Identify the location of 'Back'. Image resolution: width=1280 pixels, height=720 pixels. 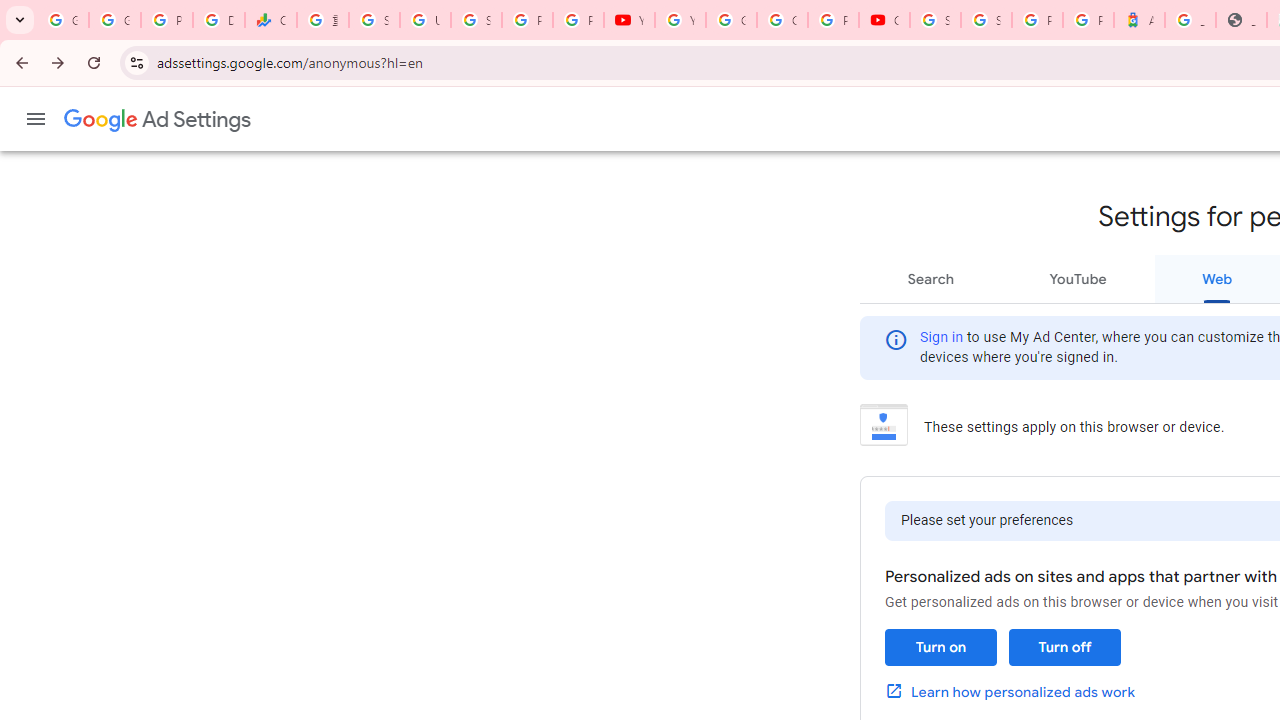
(19, 61).